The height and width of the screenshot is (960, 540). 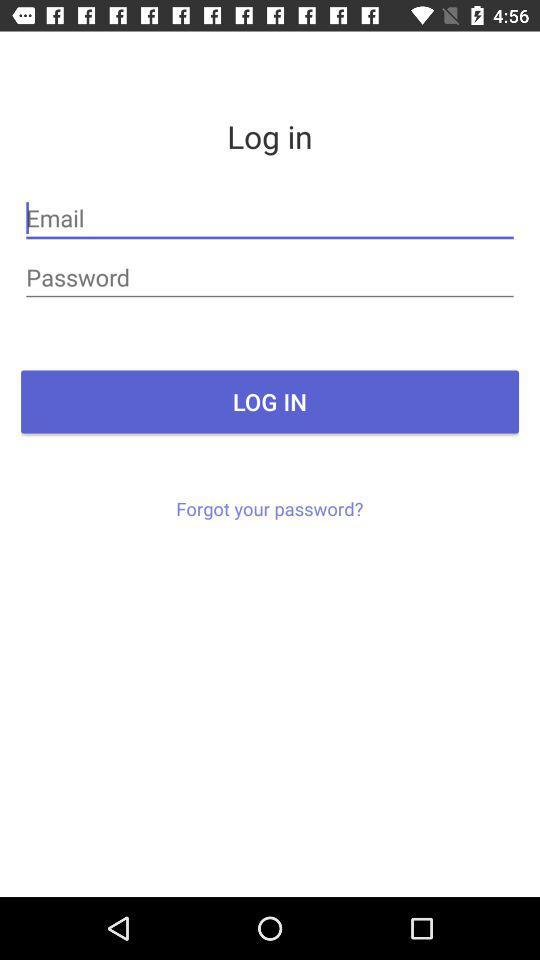 What do you see at coordinates (270, 218) in the screenshot?
I see `the item below log in` at bounding box center [270, 218].